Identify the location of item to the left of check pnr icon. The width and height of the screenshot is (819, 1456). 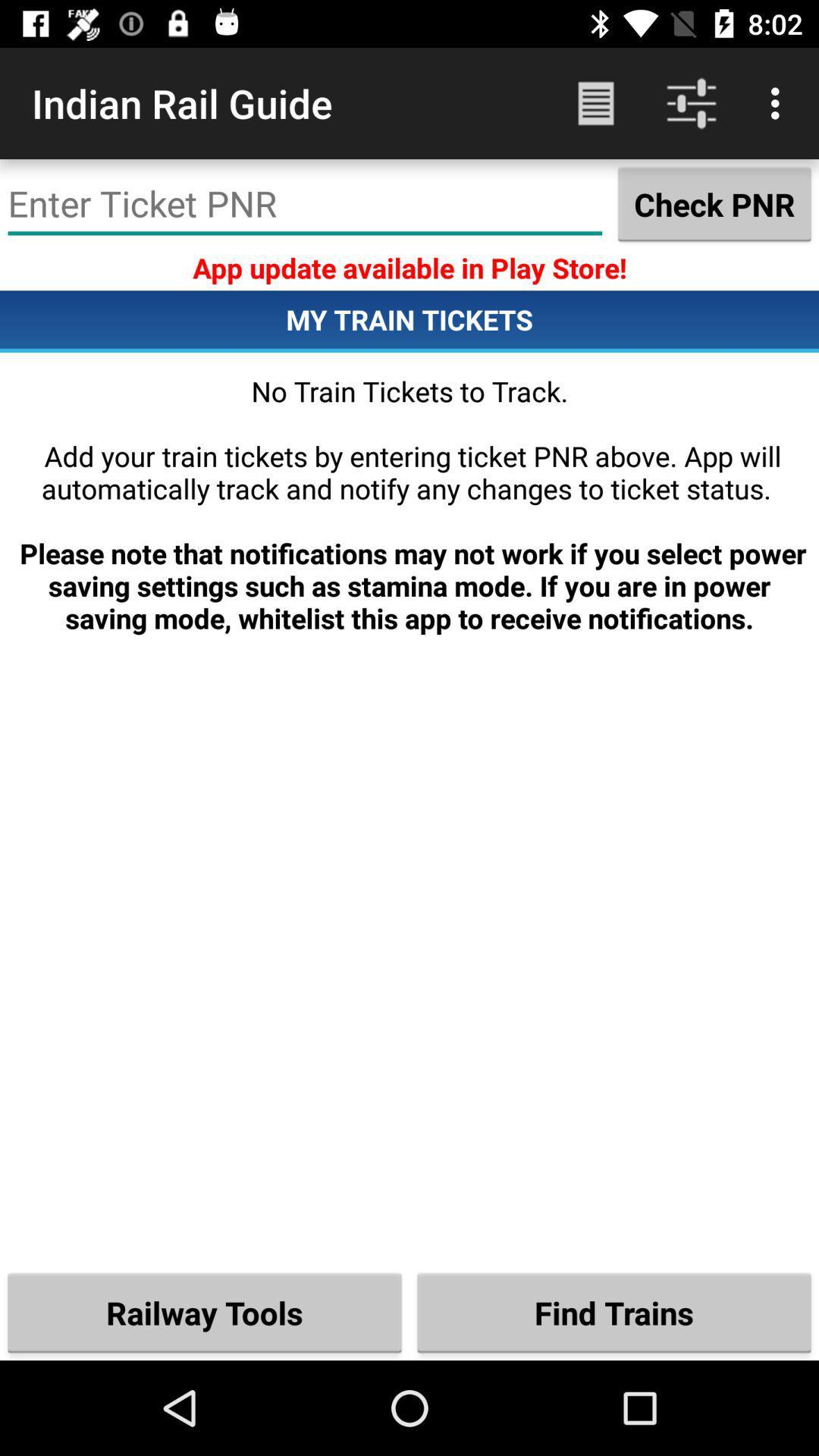
(305, 203).